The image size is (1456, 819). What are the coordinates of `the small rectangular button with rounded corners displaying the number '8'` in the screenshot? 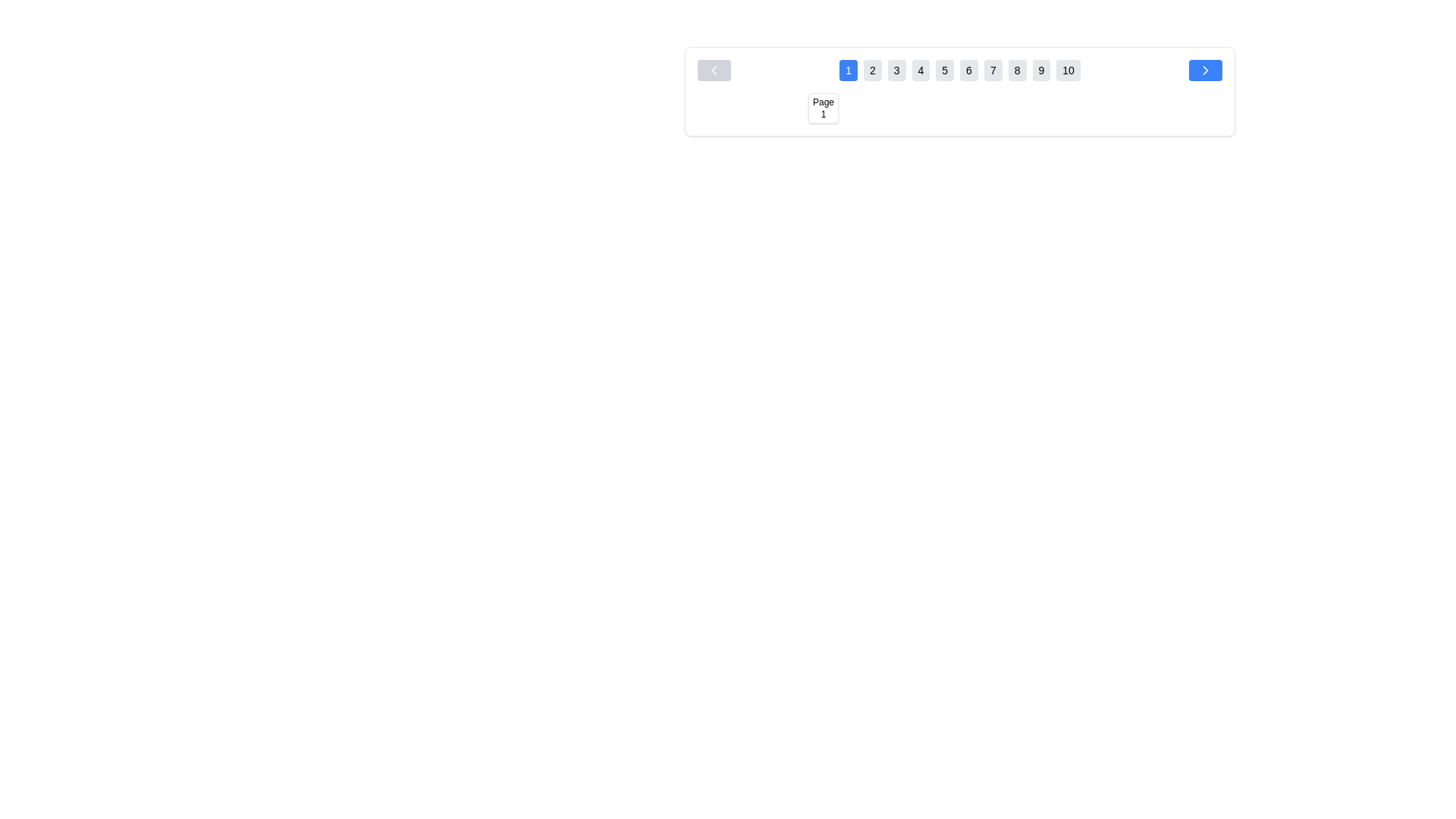 It's located at (1017, 70).